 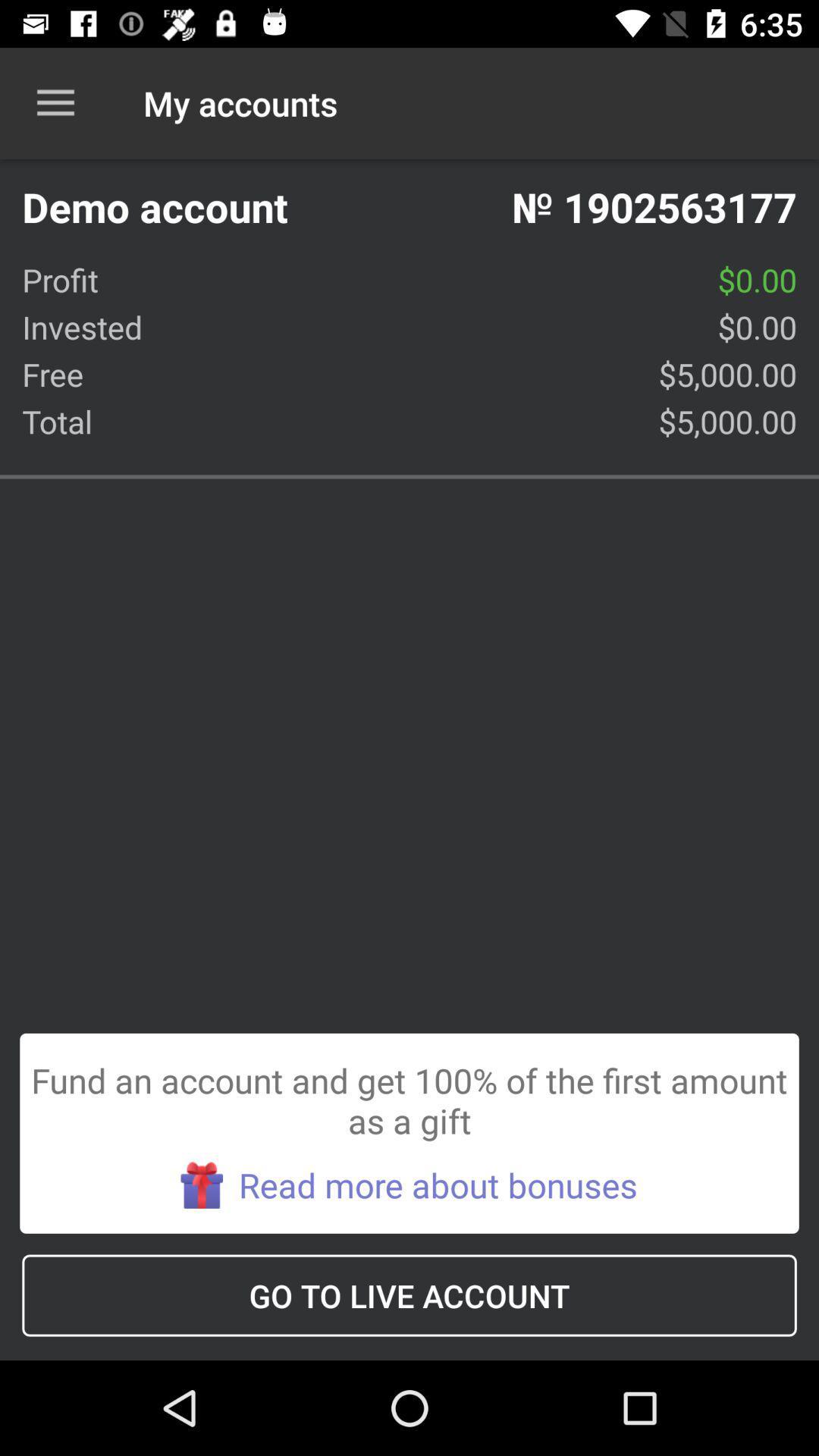 I want to click on the app next to my accounts icon, so click(x=55, y=102).